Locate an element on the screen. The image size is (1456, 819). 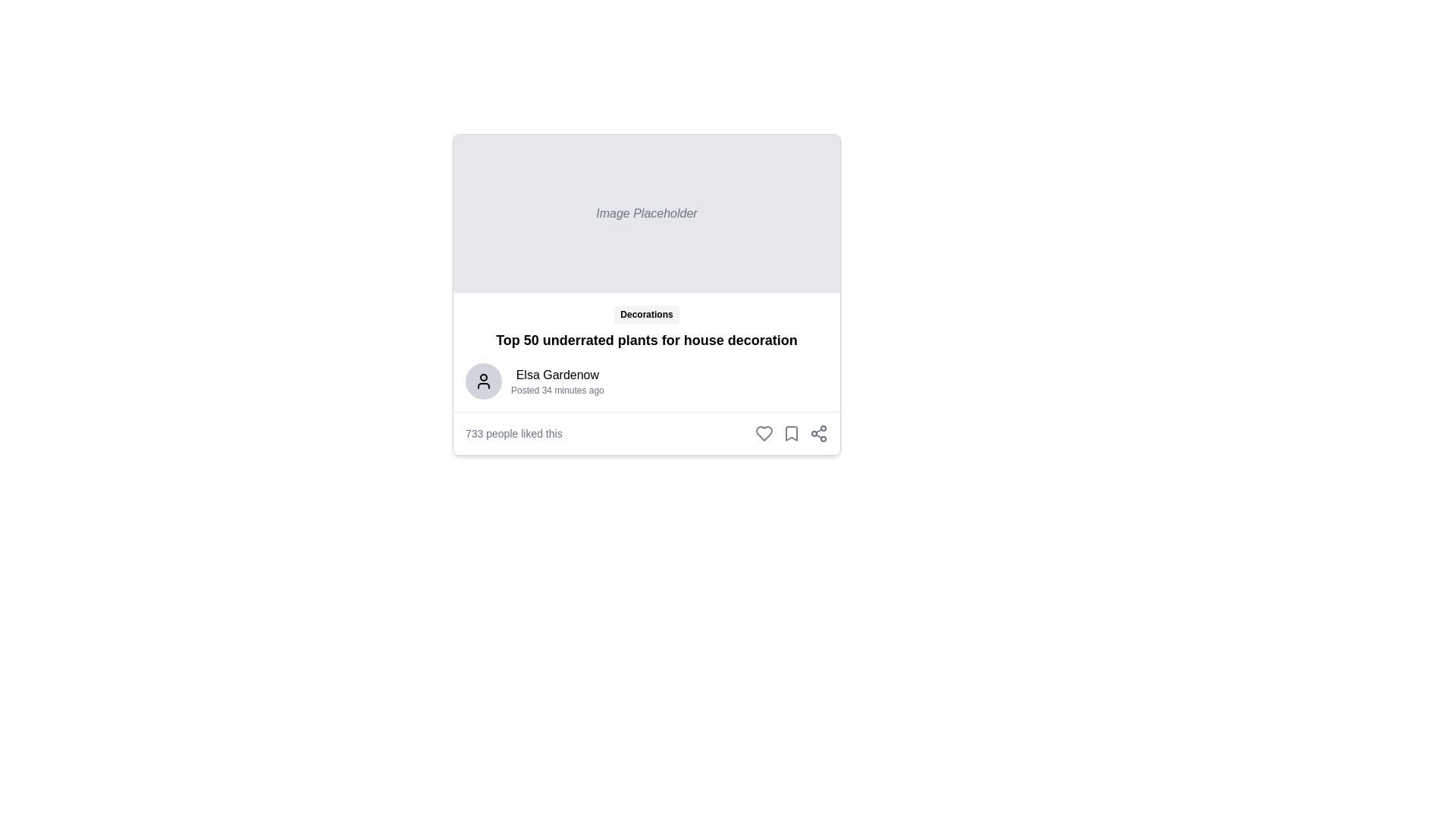
the Content Summary Section that contains the badge 'Decorations', the title 'Top 50 underrated plants for house decoration', and the subtext 'Elsa Gardenow Posted 34 minutes ago' is located at coordinates (647, 351).